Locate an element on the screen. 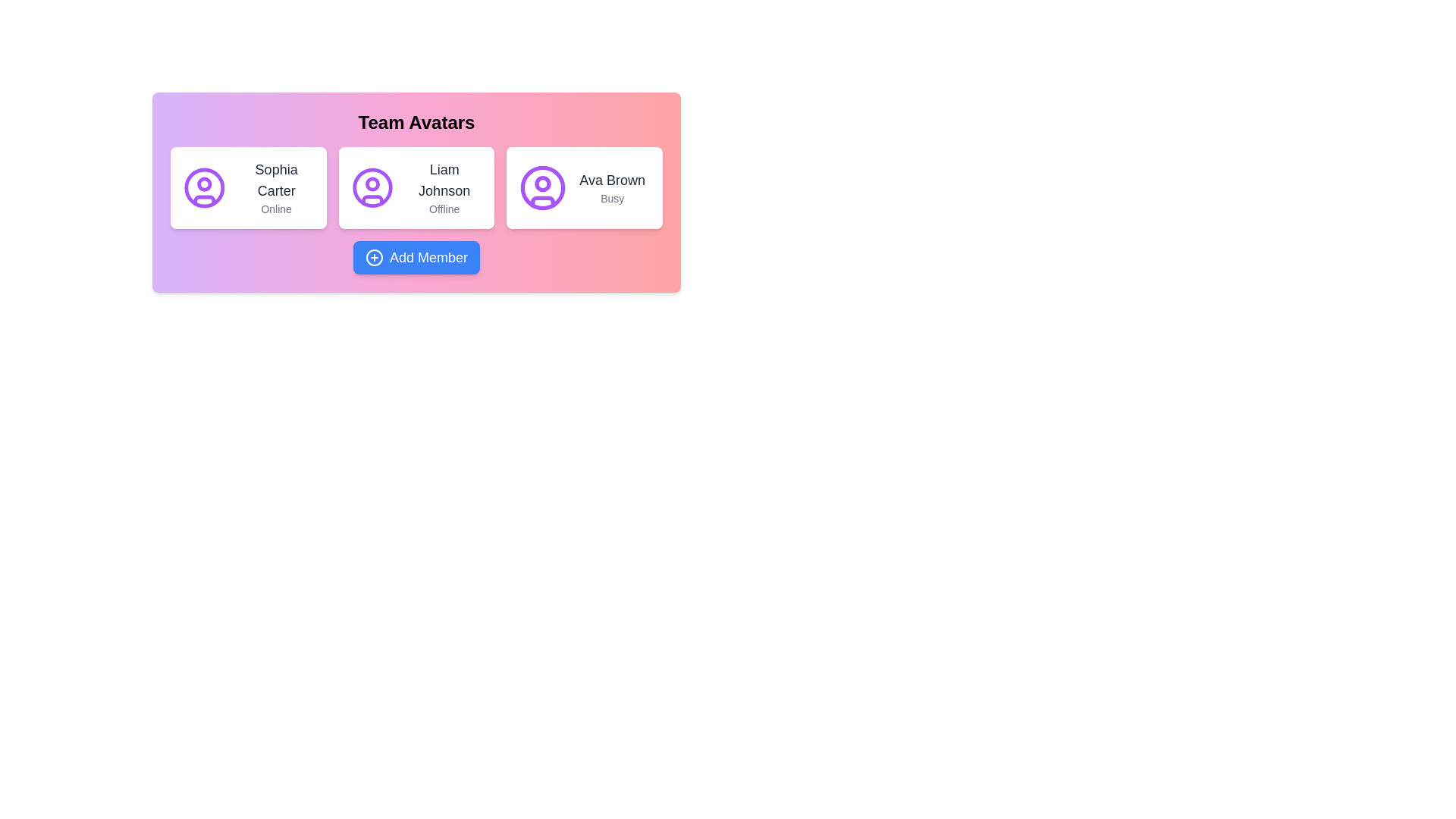  the text label displaying the user's name, which is located at the top-right corner of the user cards row, above the 'Busy' label is located at coordinates (612, 180).